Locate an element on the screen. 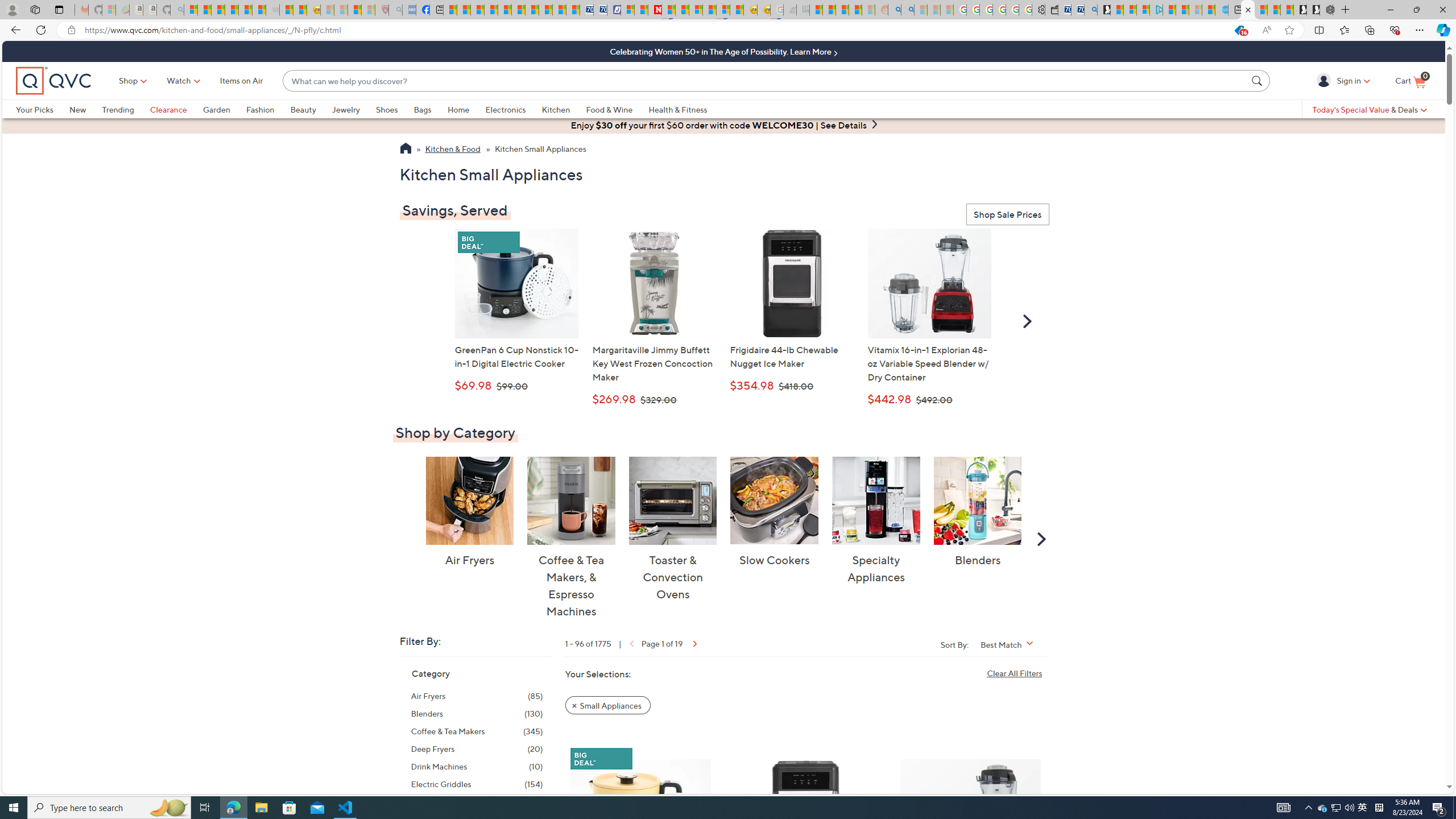 The image size is (1456, 819). 'Shop Sale Prices' is located at coordinates (1007, 215).